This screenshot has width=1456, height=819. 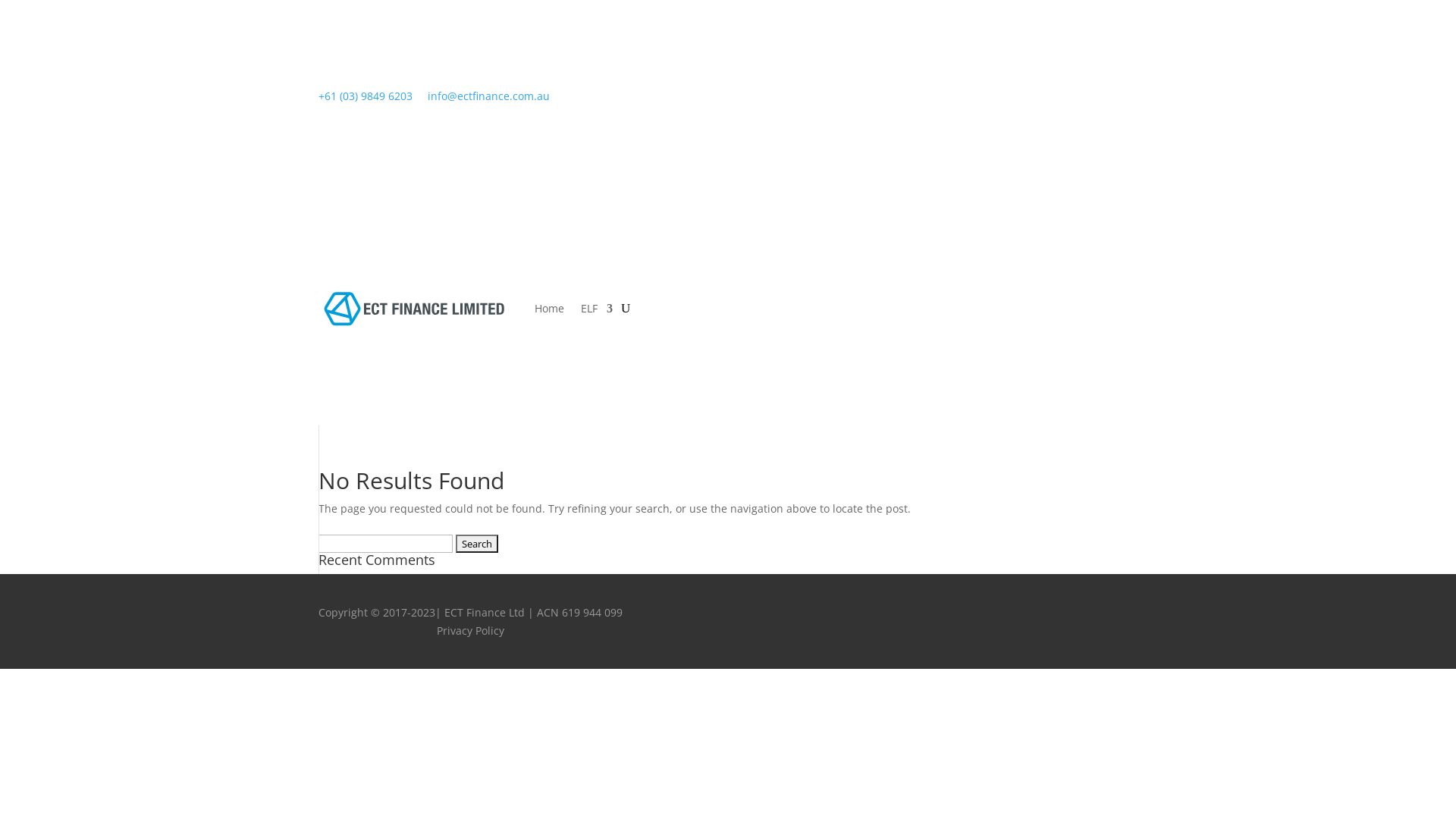 What do you see at coordinates (580, 308) in the screenshot?
I see `'ELF'` at bounding box center [580, 308].